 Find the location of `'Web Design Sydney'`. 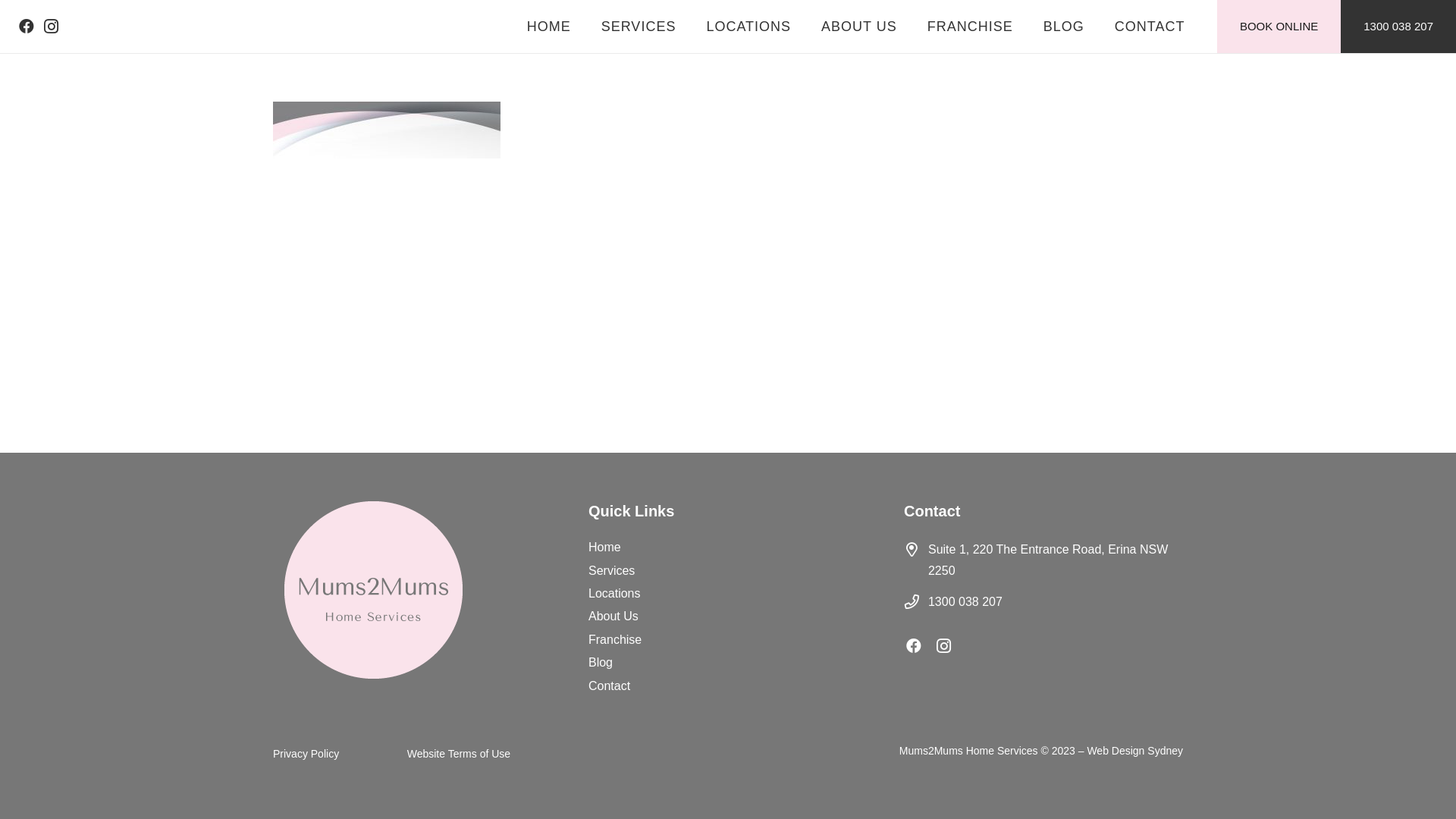

'Web Design Sydney' is located at coordinates (1134, 751).